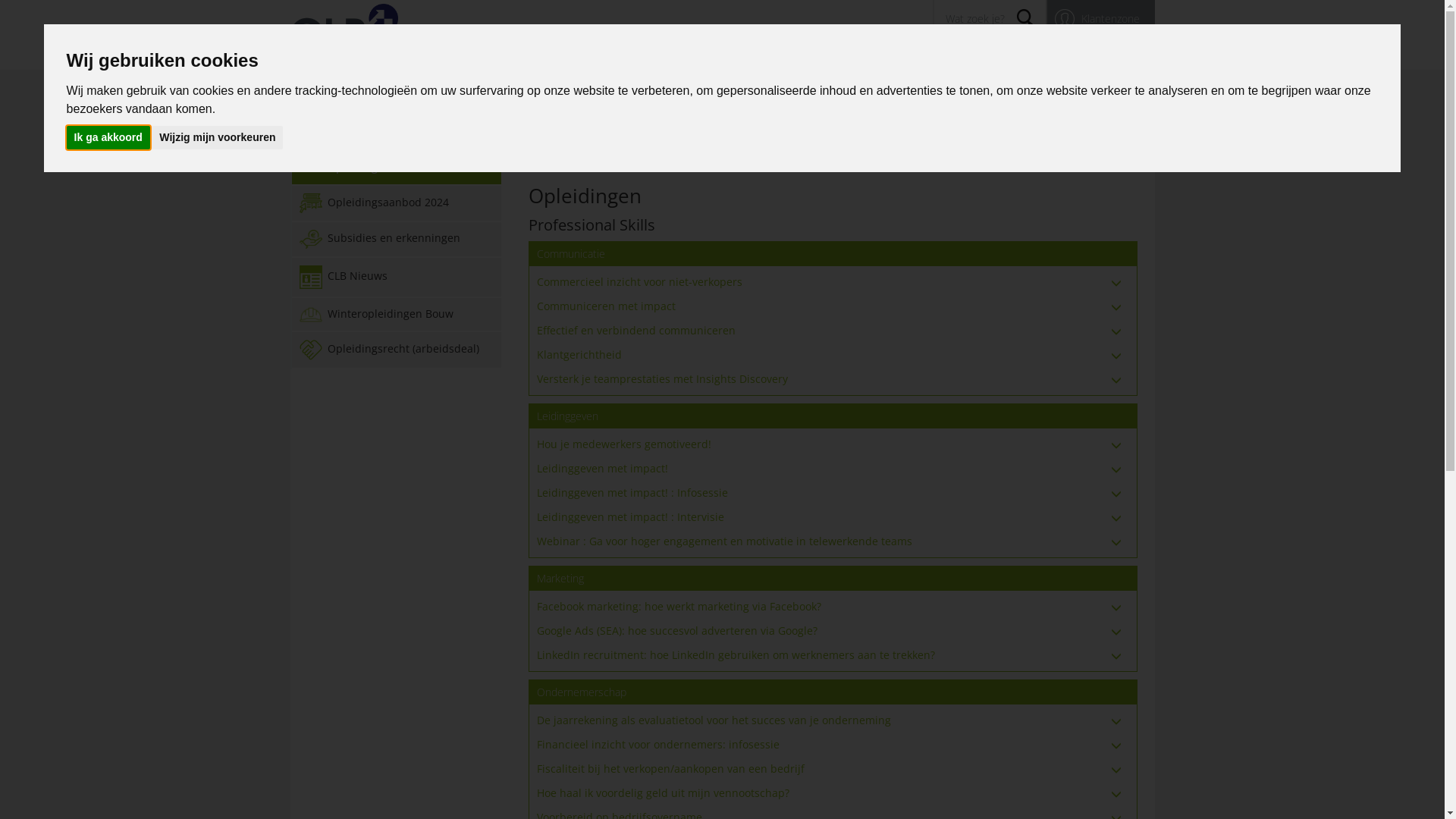  What do you see at coordinates (1100, 18) in the screenshot?
I see `'Klantenzone'` at bounding box center [1100, 18].